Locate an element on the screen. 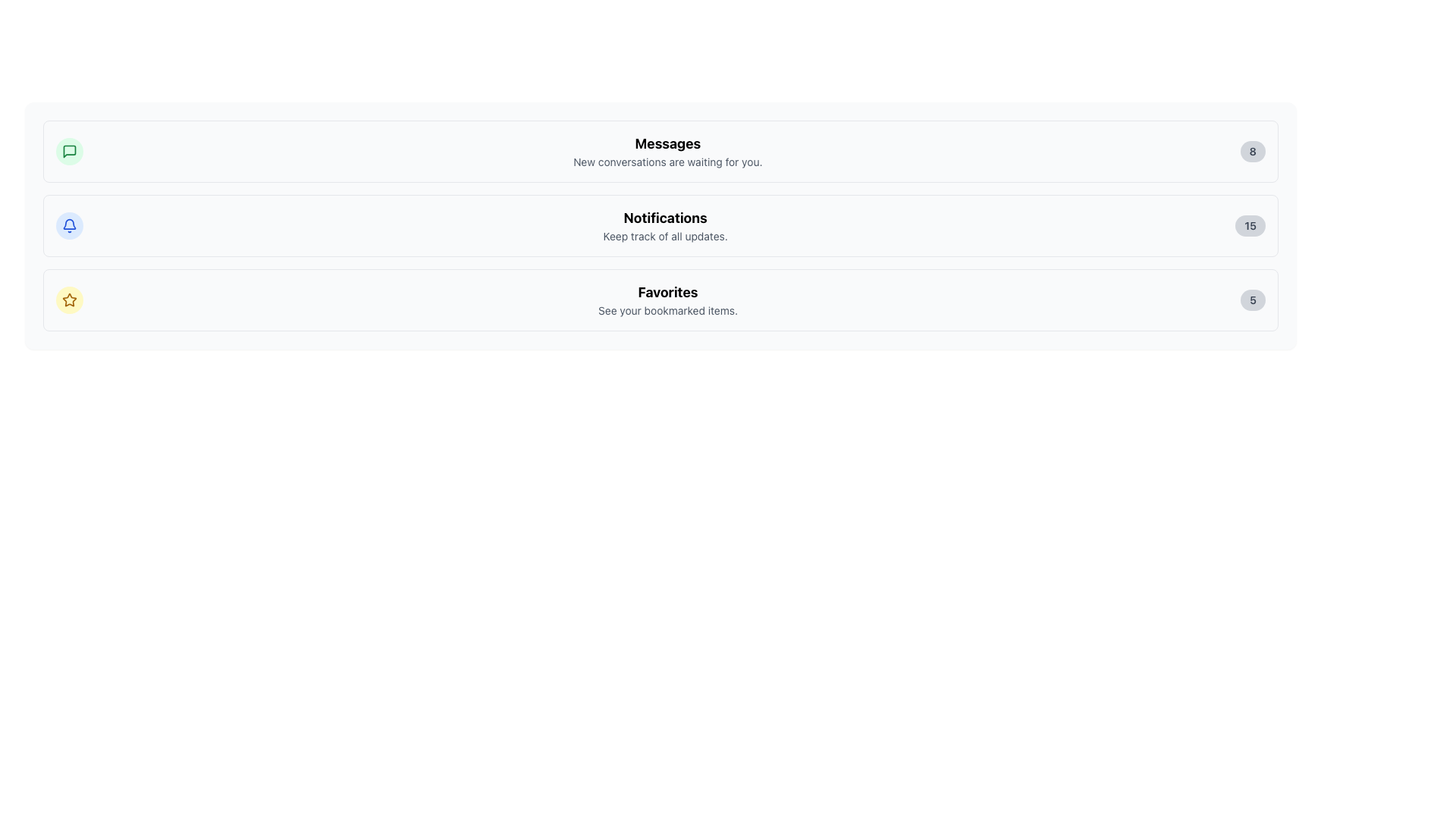 The height and width of the screenshot is (819, 1456). the 'Favorites' text label is located at coordinates (667, 292).